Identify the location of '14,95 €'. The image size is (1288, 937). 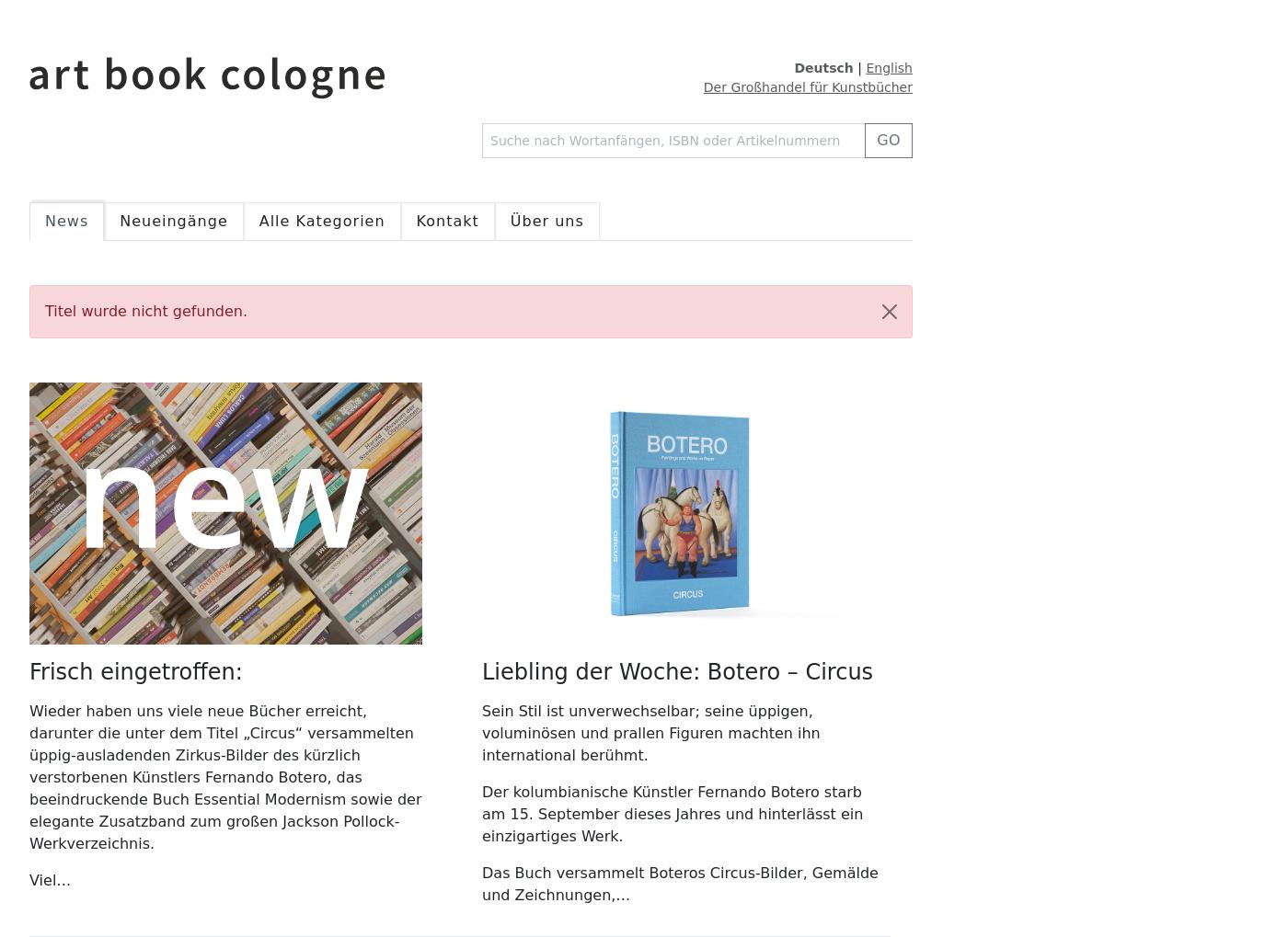
(788, 593).